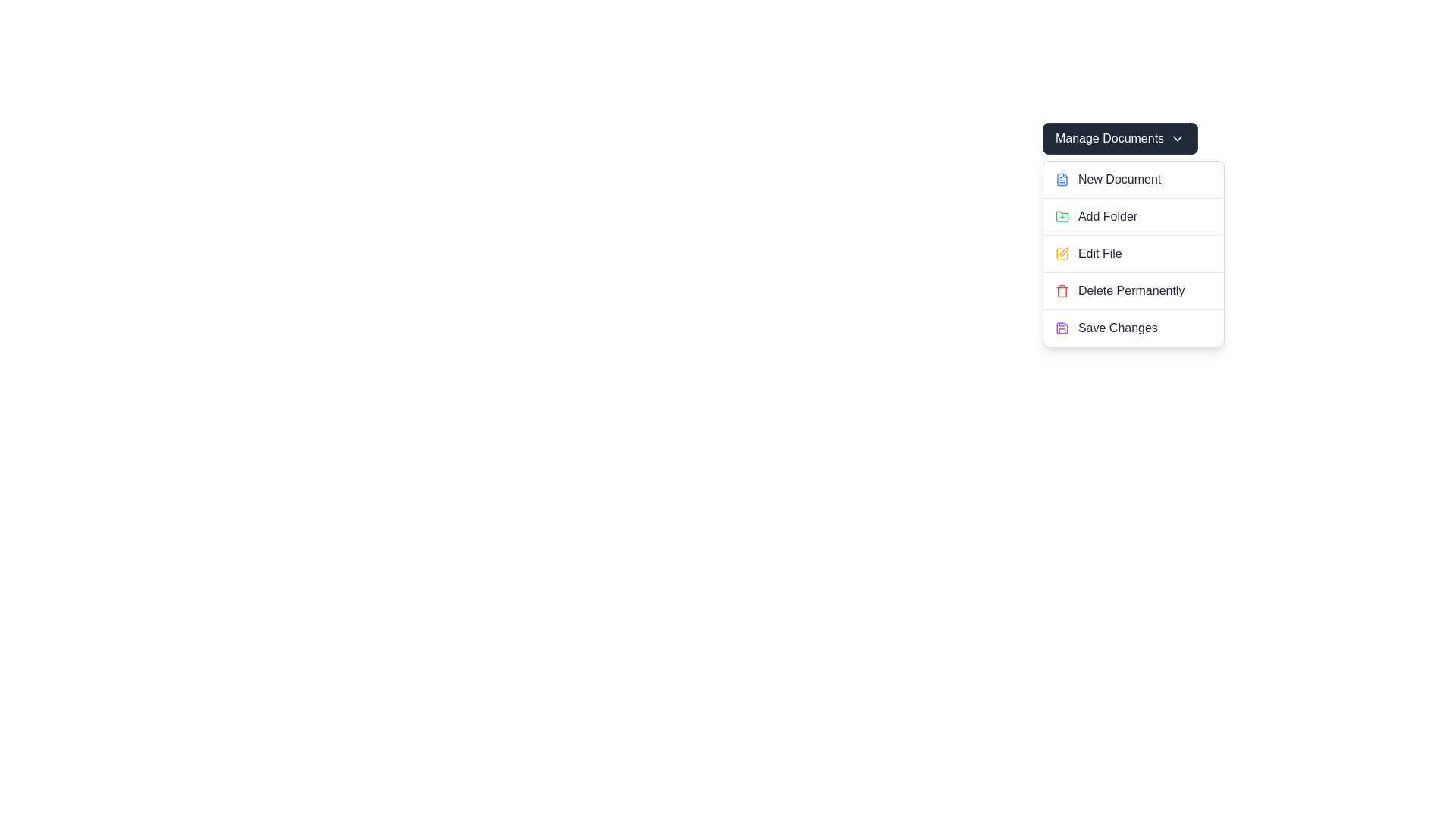  What do you see at coordinates (1061, 178) in the screenshot?
I see `the 'New Document' icon located within the 'Manage Documents' dropdown menu, which serves as a visual identifier for this menu item` at bounding box center [1061, 178].